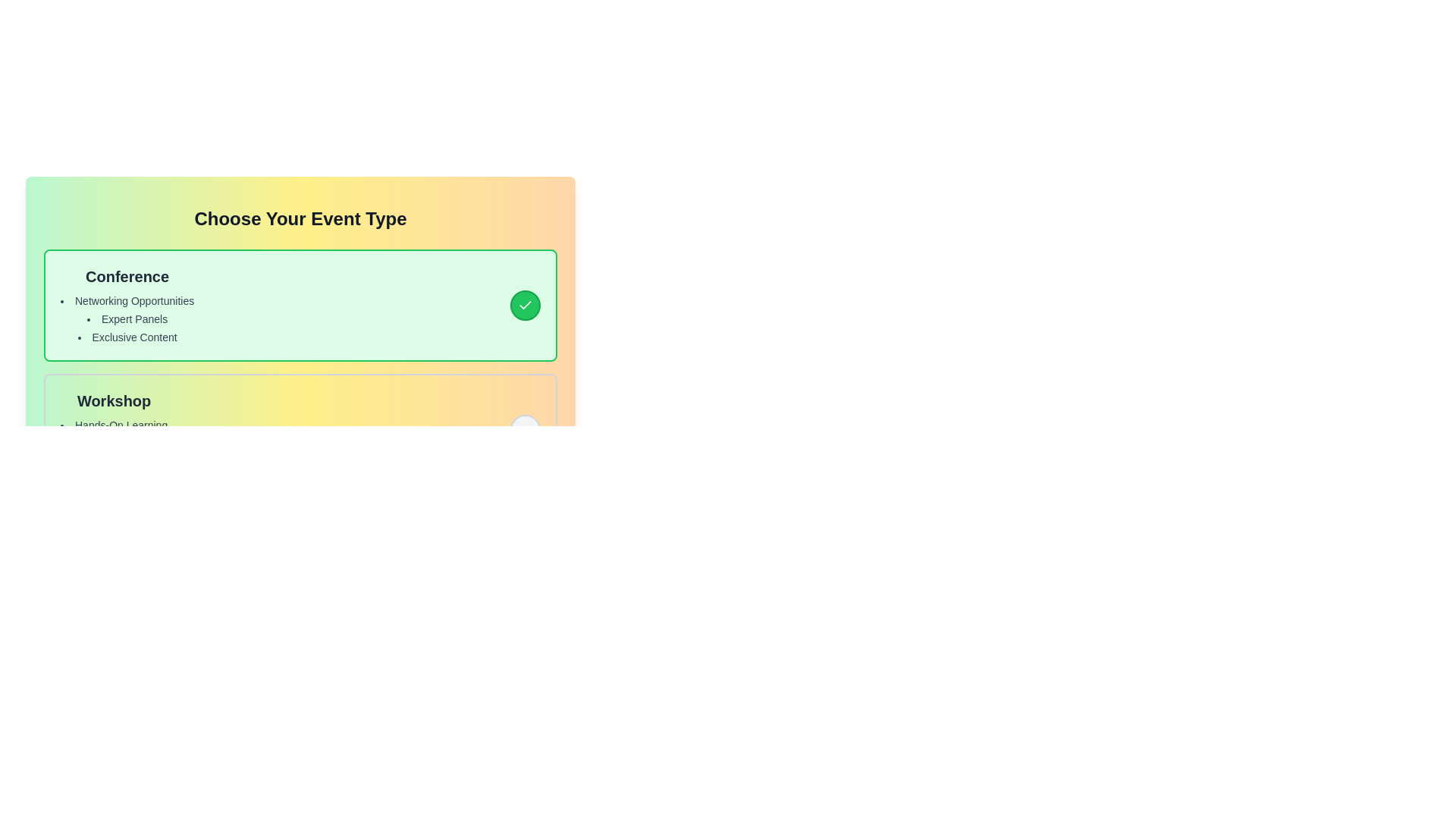 The height and width of the screenshot is (819, 1456). What do you see at coordinates (525, 305) in the screenshot?
I see `the circular green button with a white border and a check icon, located to the right of the 'Conference' box` at bounding box center [525, 305].